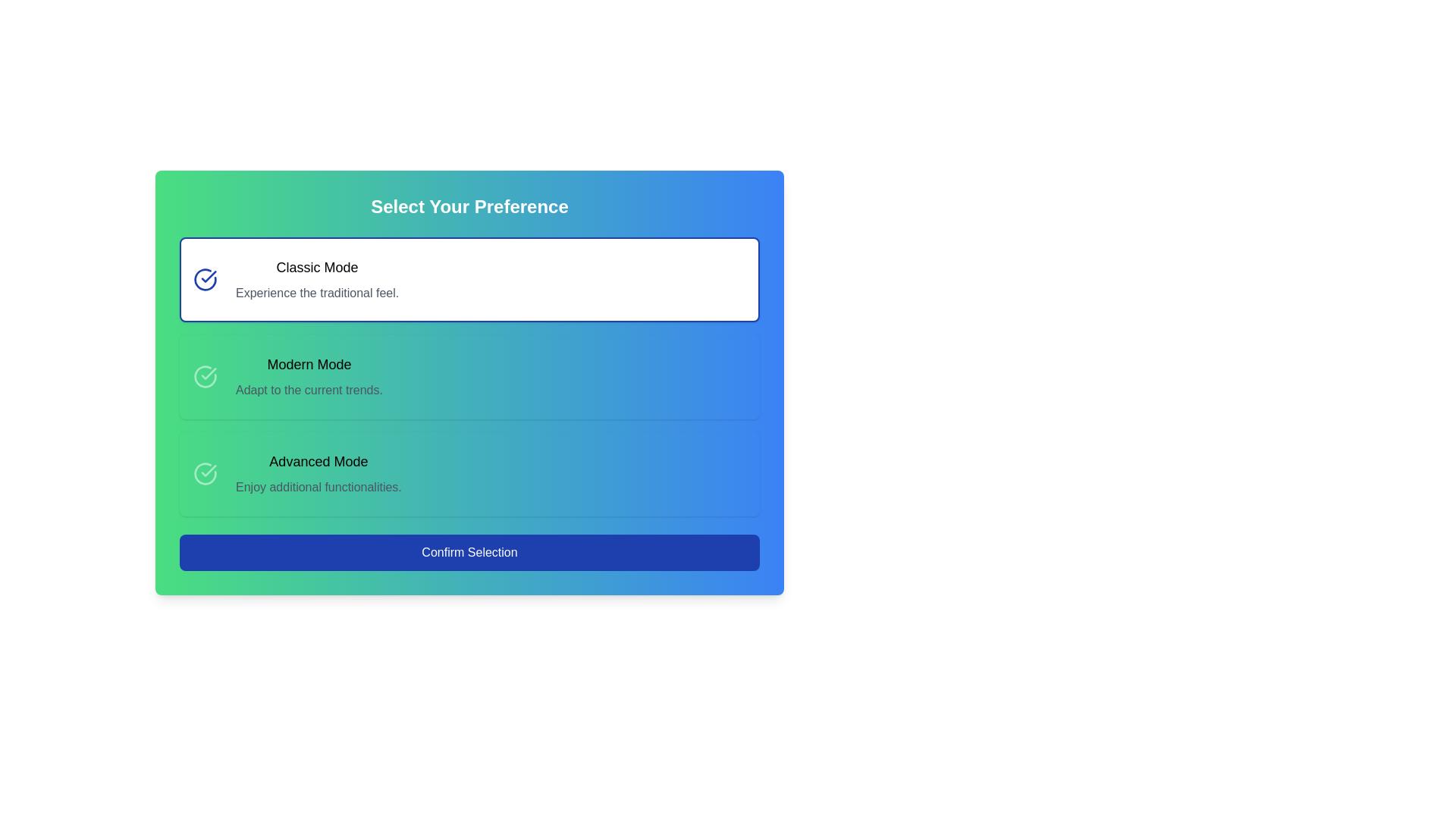 The width and height of the screenshot is (1456, 819). What do you see at coordinates (318, 472) in the screenshot?
I see `textual description of the 'Advanced Mode' text block which is styled with a bold font and contains the subtitle 'Enjoy additional functionalities.'` at bounding box center [318, 472].